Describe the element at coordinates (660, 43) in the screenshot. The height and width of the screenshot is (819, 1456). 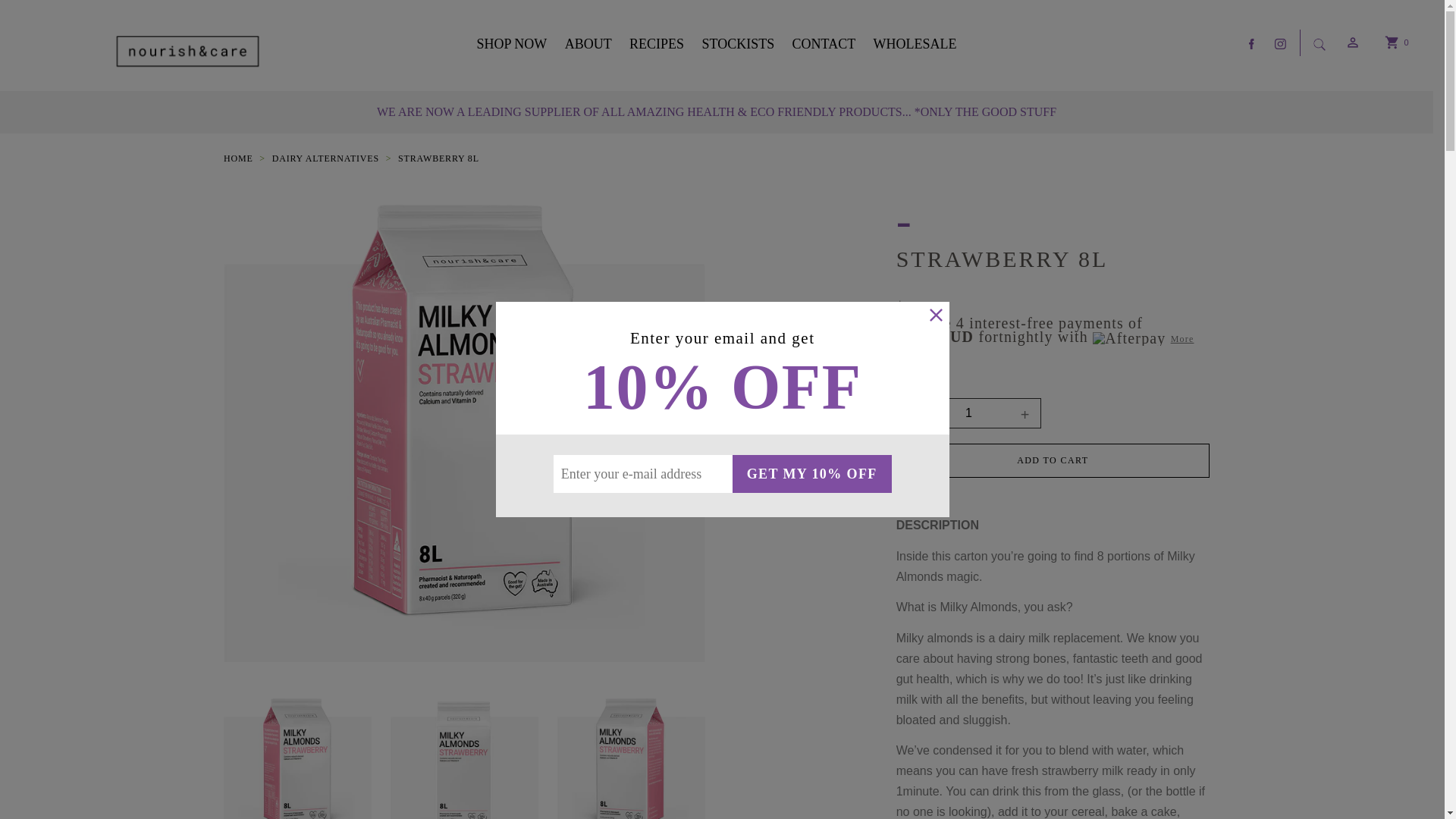
I see `'RECIPES'` at that location.